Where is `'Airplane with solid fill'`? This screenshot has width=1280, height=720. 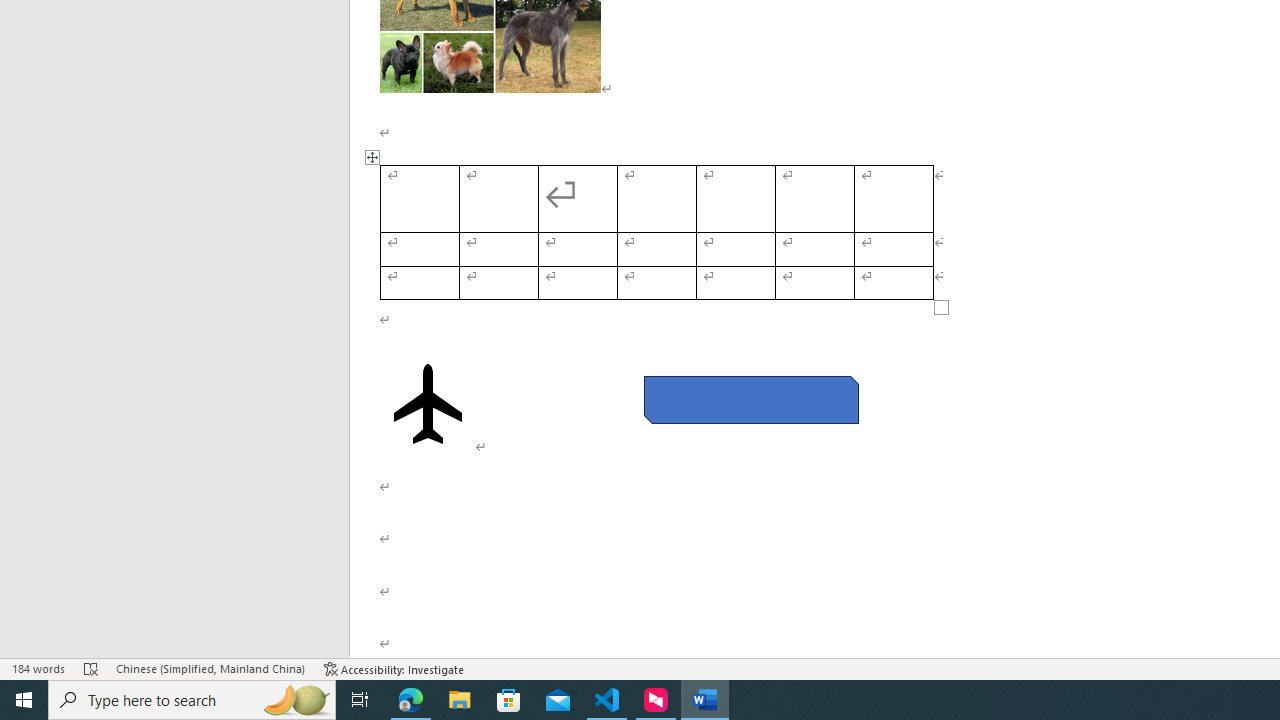
'Airplane with solid fill' is located at coordinates (427, 403).